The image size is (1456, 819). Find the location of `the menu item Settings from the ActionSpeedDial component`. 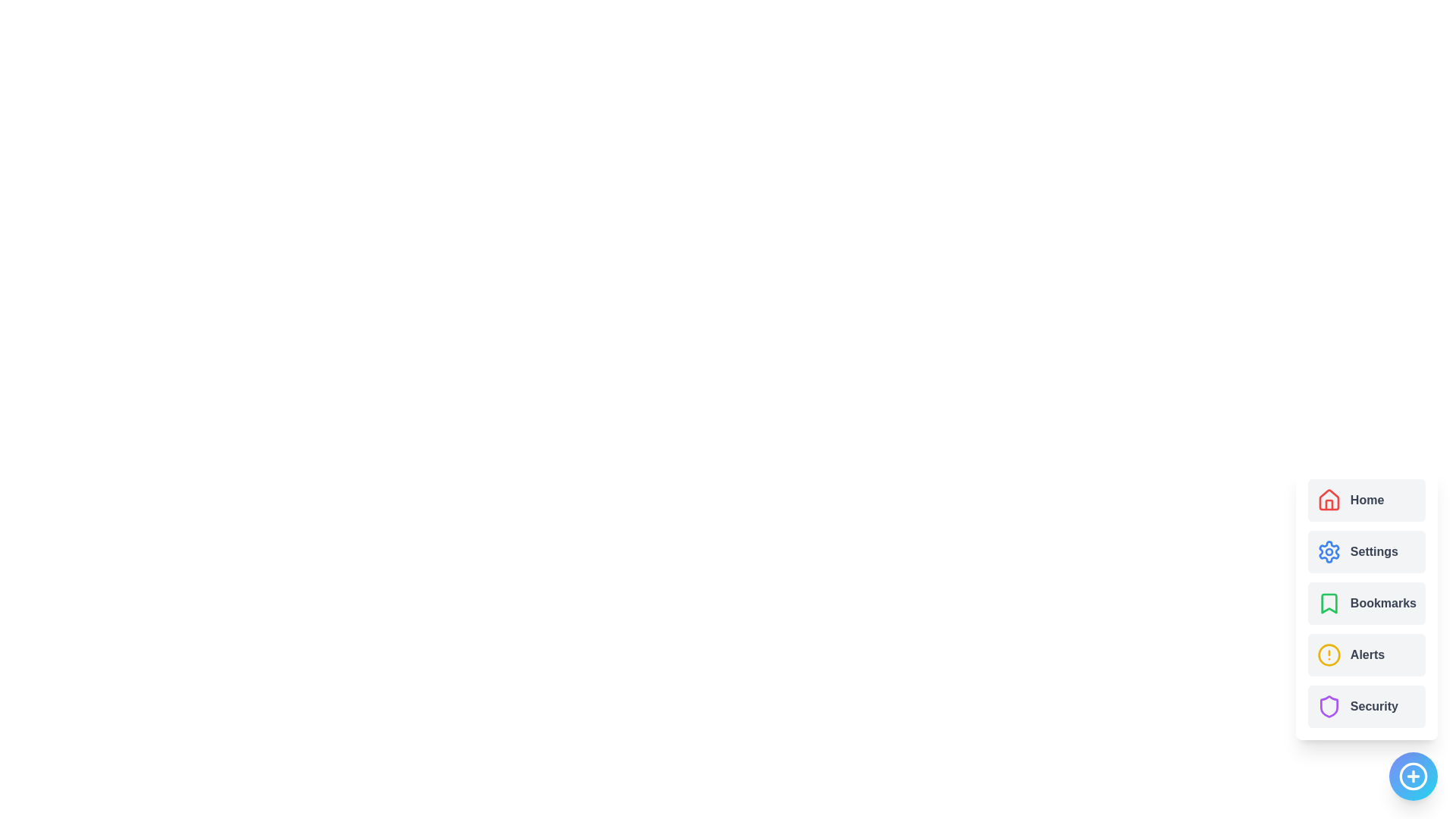

the menu item Settings from the ActionSpeedDial component is located at coordinates (1366, 552).